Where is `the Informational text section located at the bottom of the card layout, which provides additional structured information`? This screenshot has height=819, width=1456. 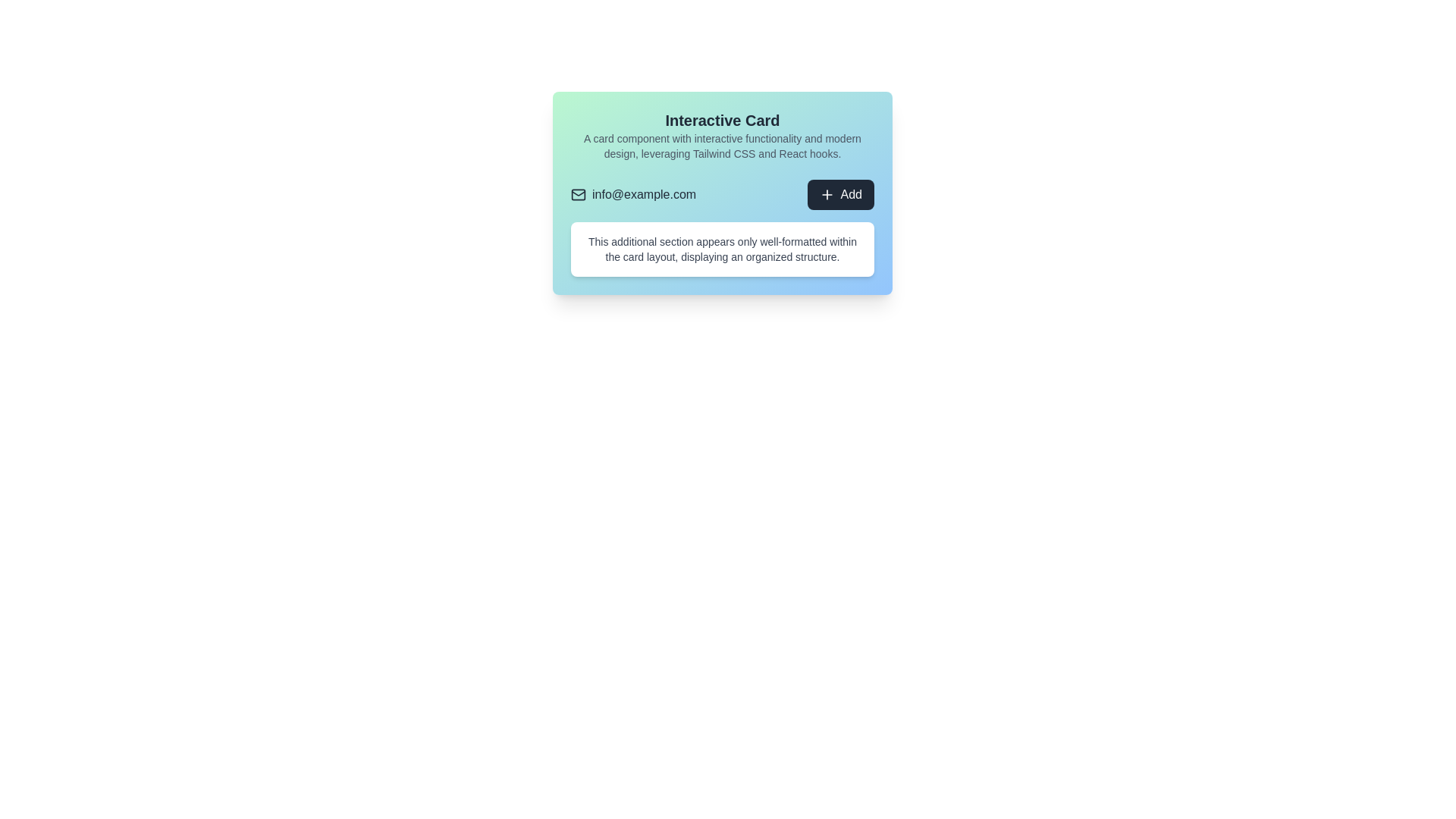
the Informational text section located at the bottom of the card layout, which provides additional structured information is located at coordinates (722, 248).